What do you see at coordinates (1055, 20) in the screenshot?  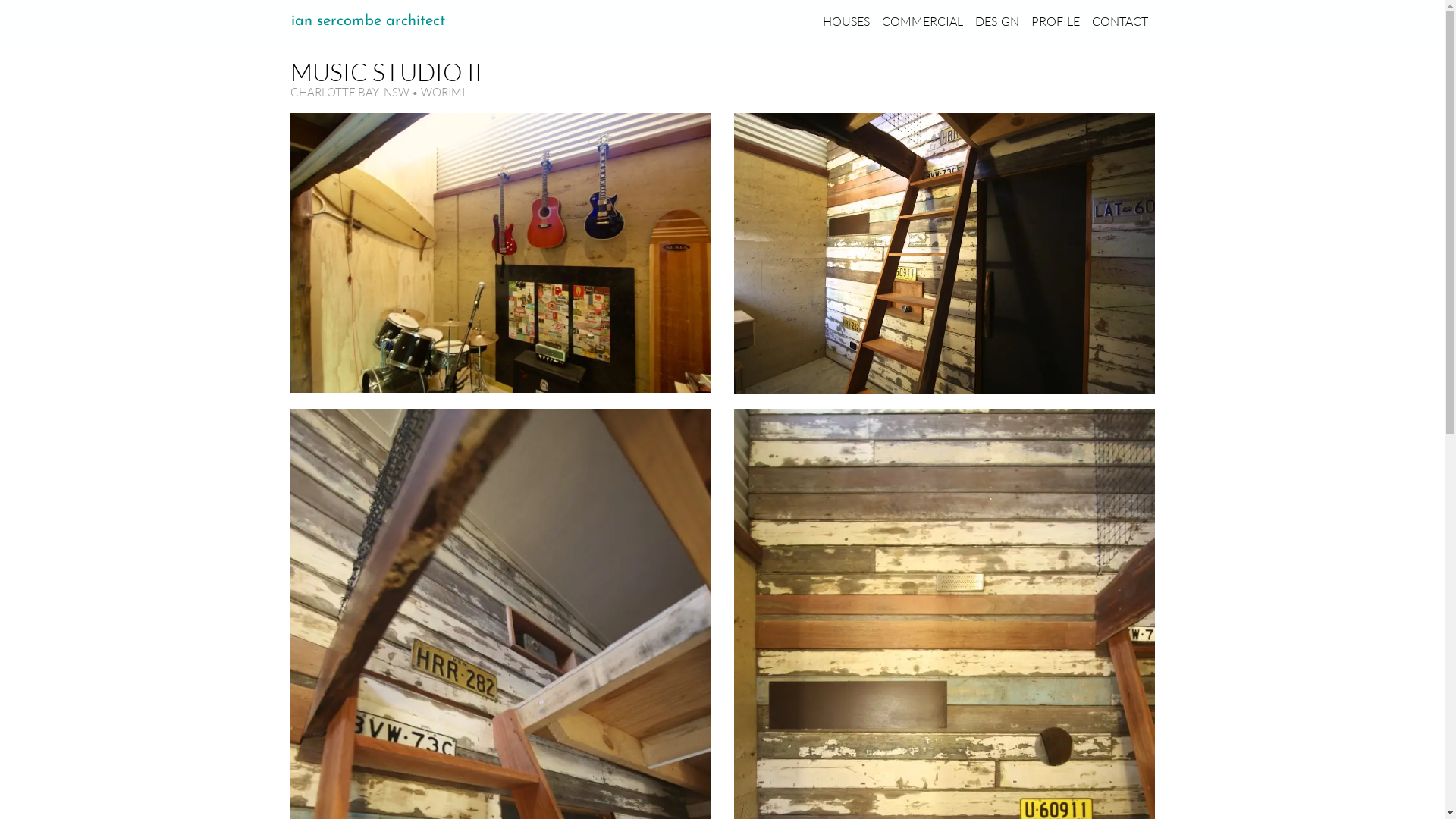 I see `'PROFILE'` at bounding box center [1055, 20].